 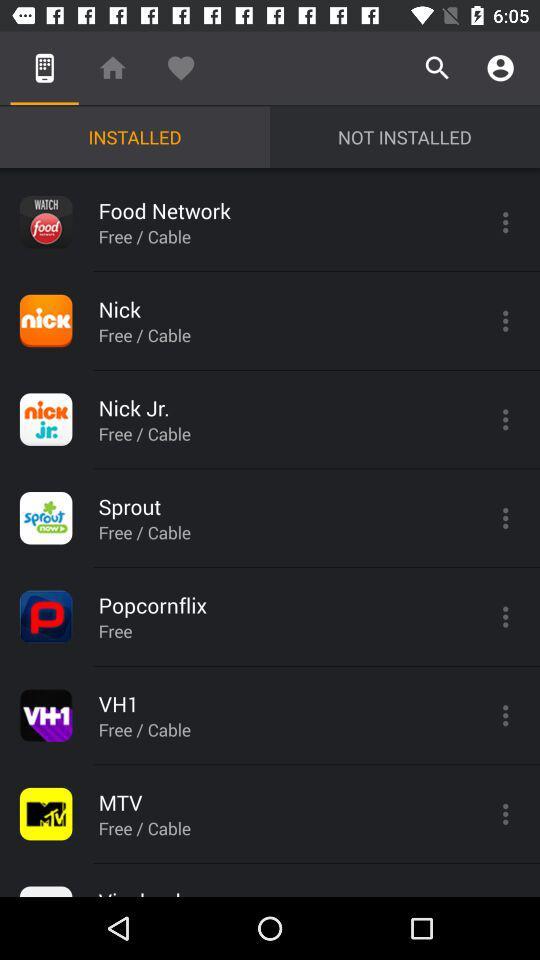 What do you see at coordinates (46, 517) in the screenshot?
I see `sprout icon` at bounding box center [46, 517].